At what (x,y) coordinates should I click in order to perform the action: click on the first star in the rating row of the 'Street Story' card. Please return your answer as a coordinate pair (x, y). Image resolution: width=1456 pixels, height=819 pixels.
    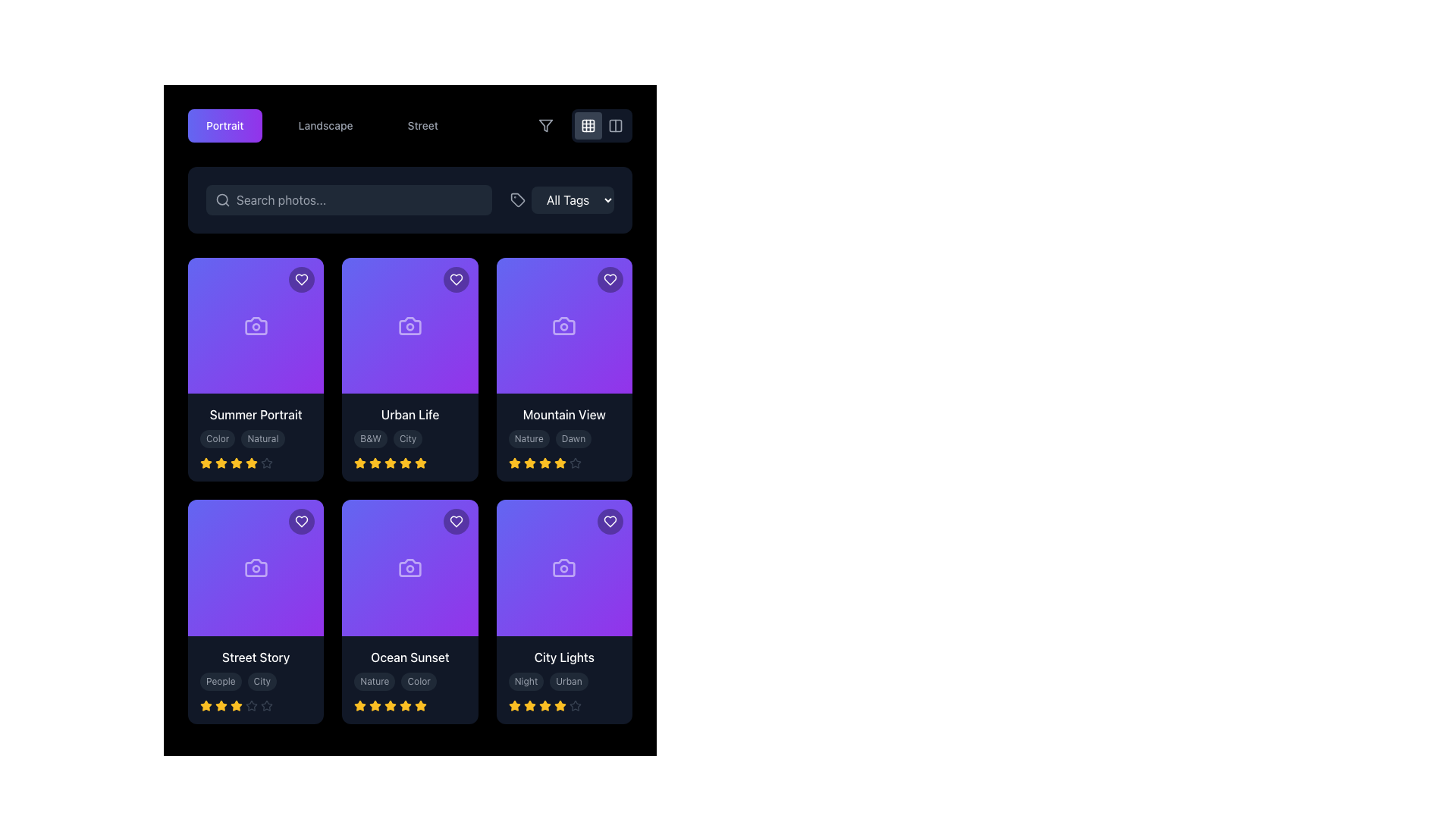
    Looking at the image, I should click on (206, 705).